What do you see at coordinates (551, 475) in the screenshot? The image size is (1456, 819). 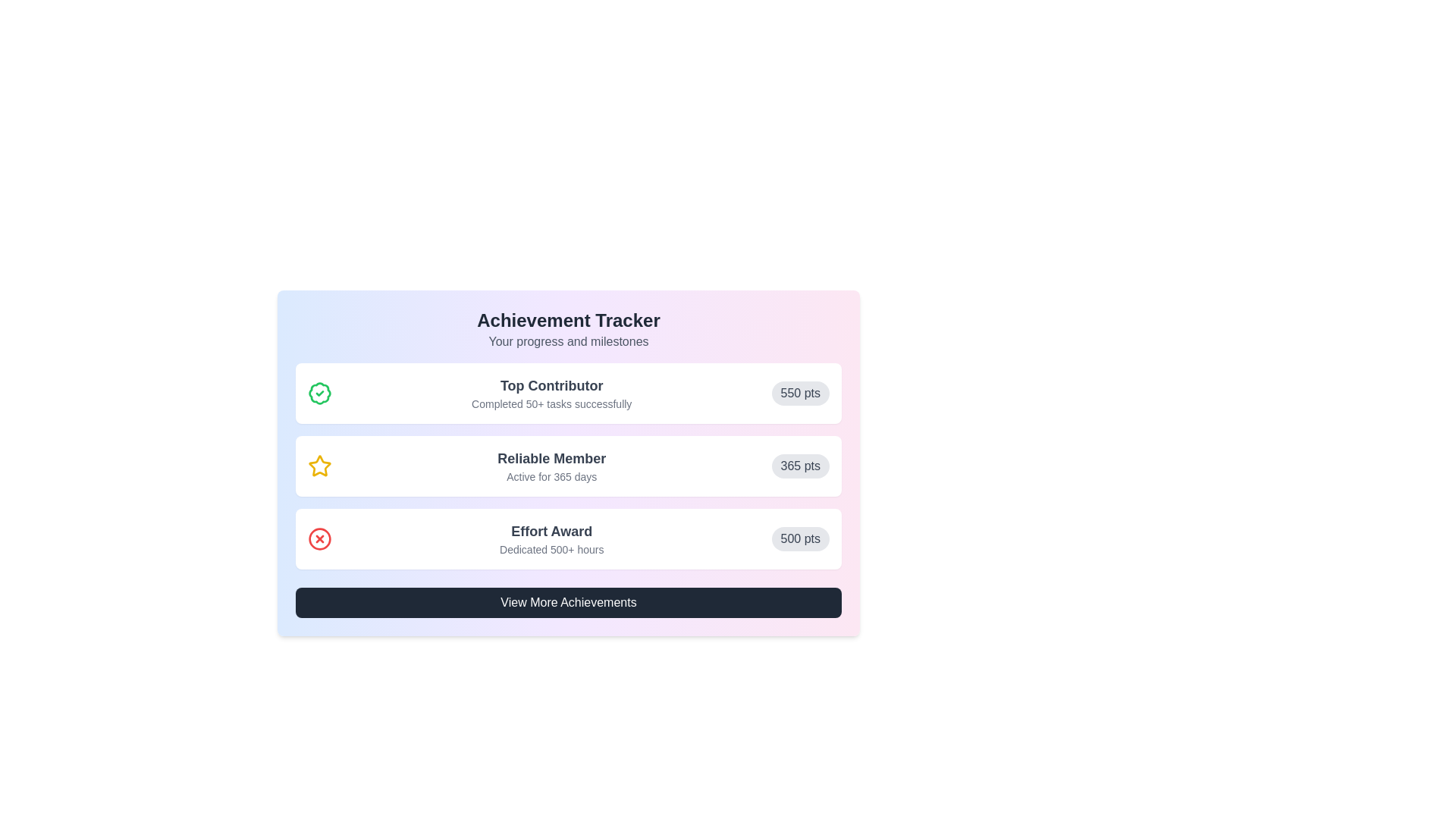 I see `the text label stating 'Active for 365 days.' positioned below 'Reliable Member.'` at bounding box center [551, 475].